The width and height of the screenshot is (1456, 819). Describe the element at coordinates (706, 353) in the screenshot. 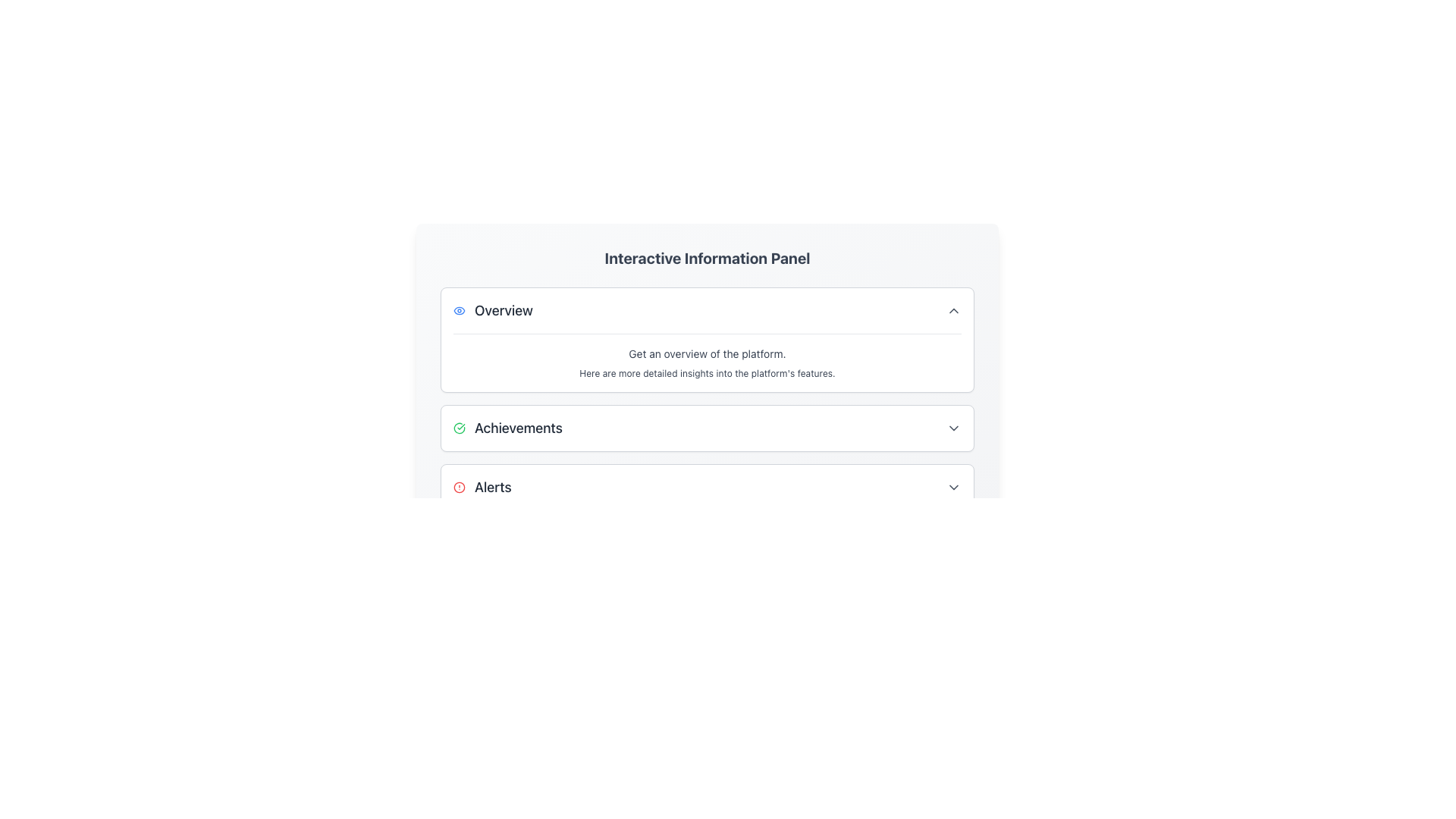

I see `the introductory text element located directly beneath the 'Overview' section header in the 'Interactive Information Panel'` at that location.